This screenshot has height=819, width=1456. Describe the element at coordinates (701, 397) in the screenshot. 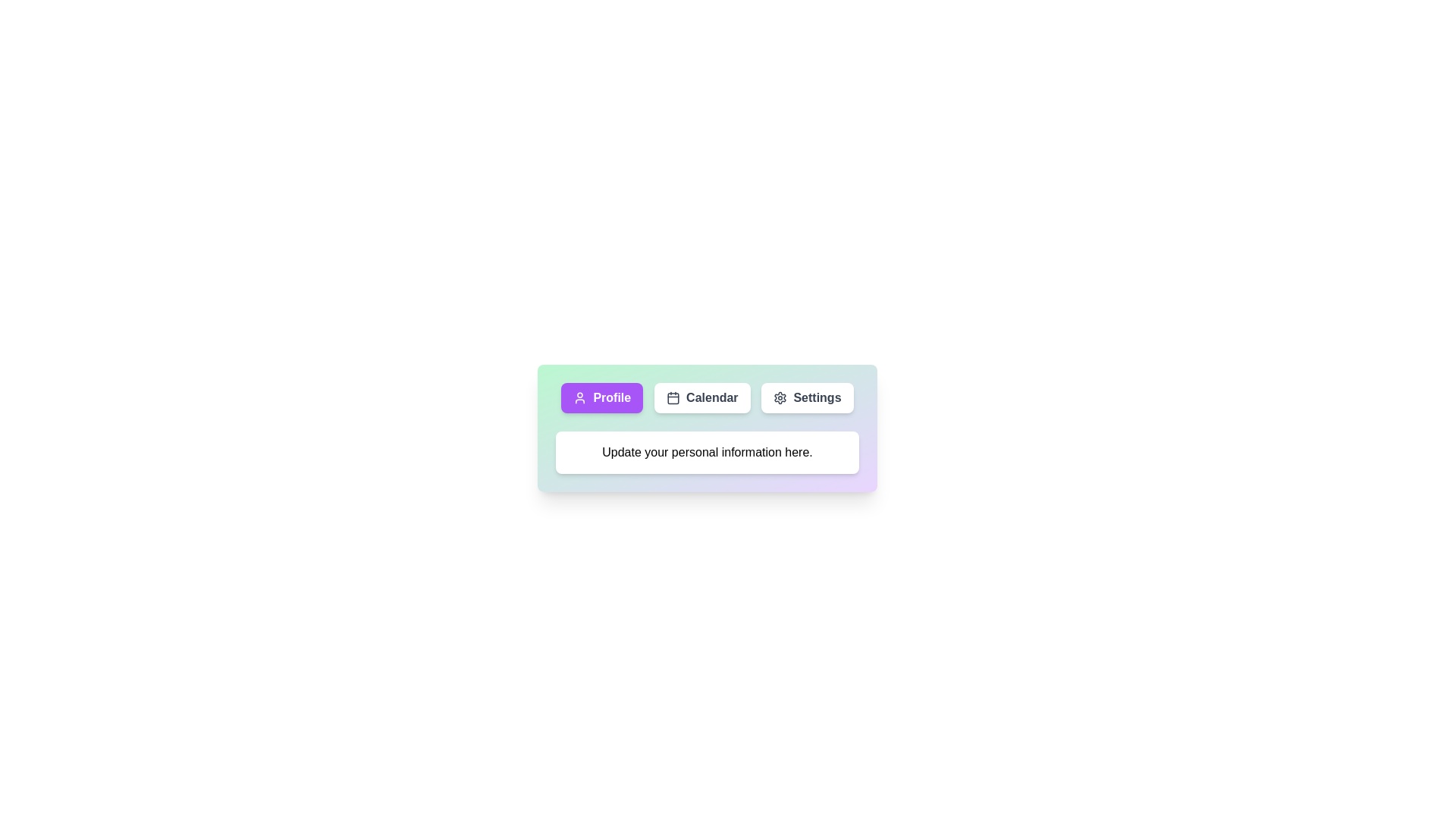

I see `the 'Calendar' button, which is a rectangular button with rounded corners, featuring a calendar icon and gray text` at that location.